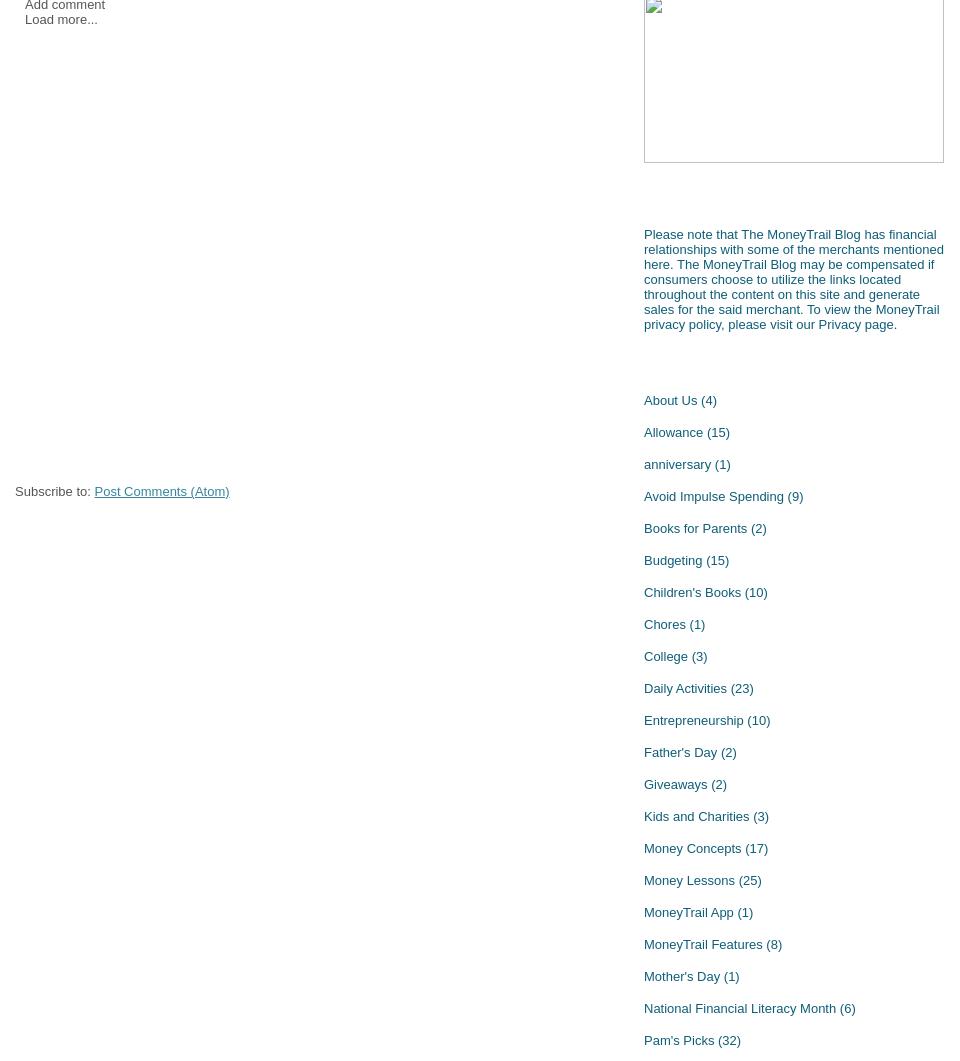  I want to click on 'MoneyTrail Features', so click(703, 942).